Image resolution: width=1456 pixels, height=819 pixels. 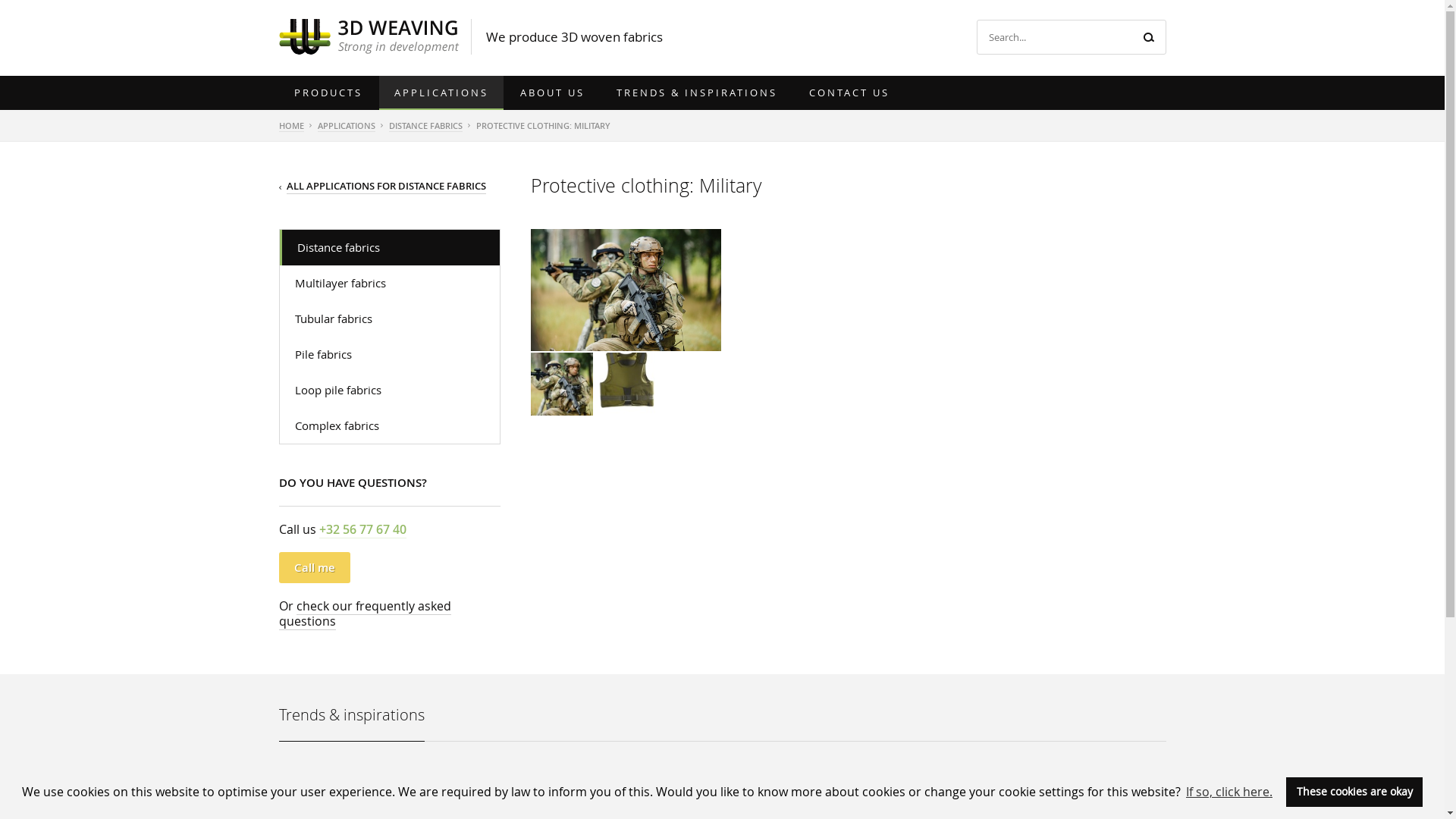 What do you see at coordinates (327, 93) in the screenshot?
I see `'PRODUCTS'` at bounding box center [327, 93].